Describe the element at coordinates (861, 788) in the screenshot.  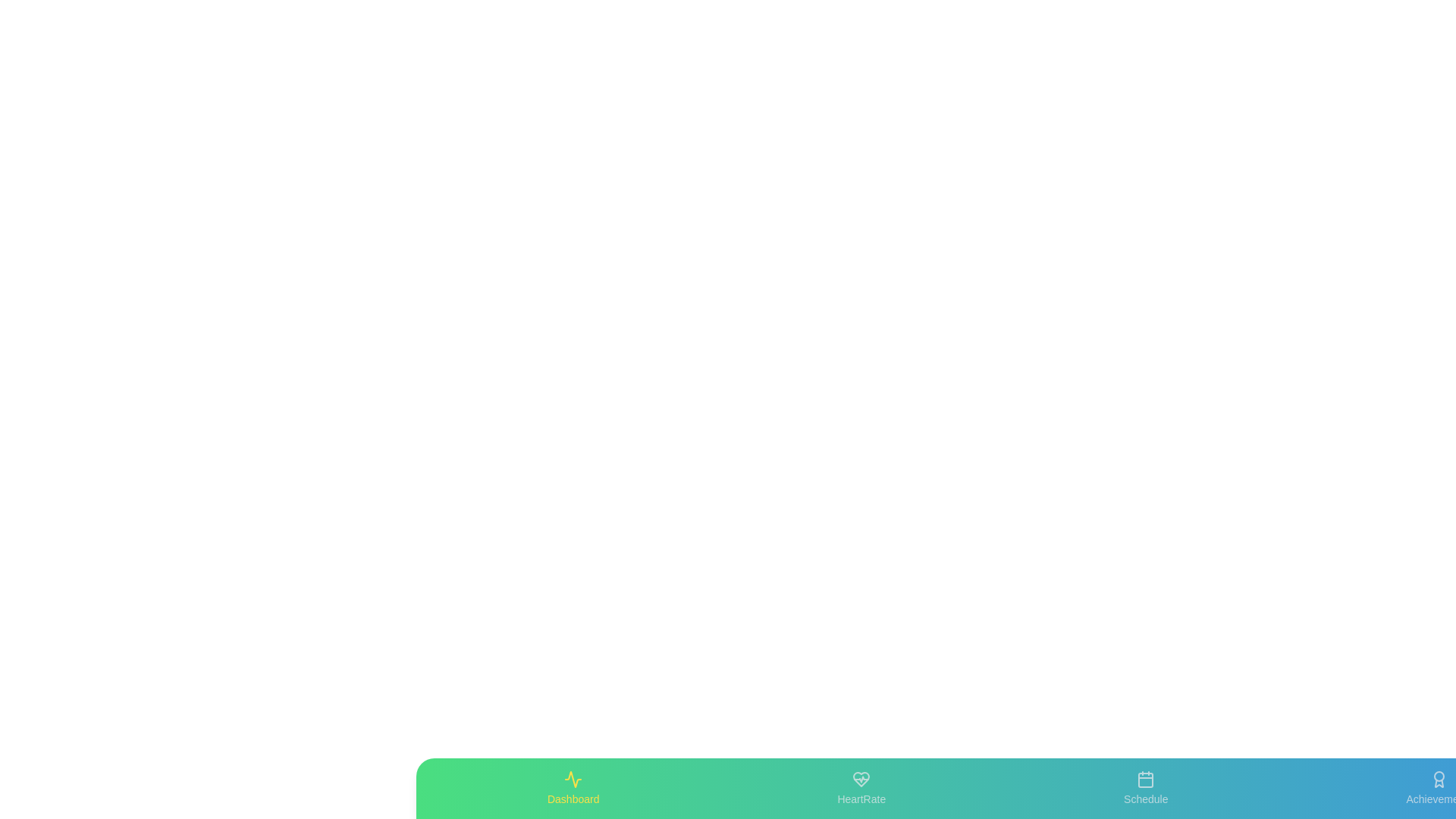
I see `the icon labeled HeartRate to display additional information` at that location.